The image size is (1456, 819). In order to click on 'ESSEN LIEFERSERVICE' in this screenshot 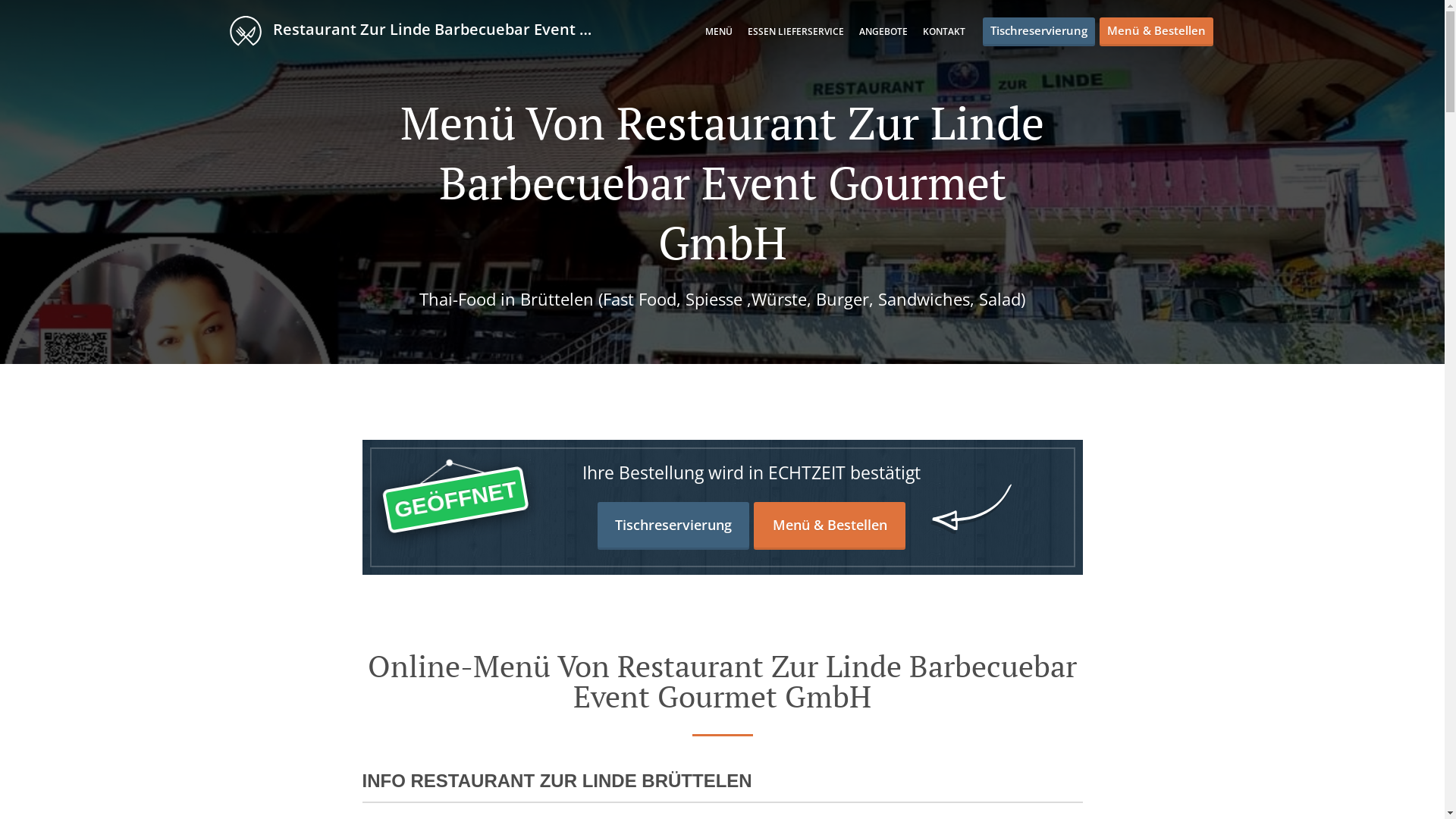, I will do `click(795, 31)`.